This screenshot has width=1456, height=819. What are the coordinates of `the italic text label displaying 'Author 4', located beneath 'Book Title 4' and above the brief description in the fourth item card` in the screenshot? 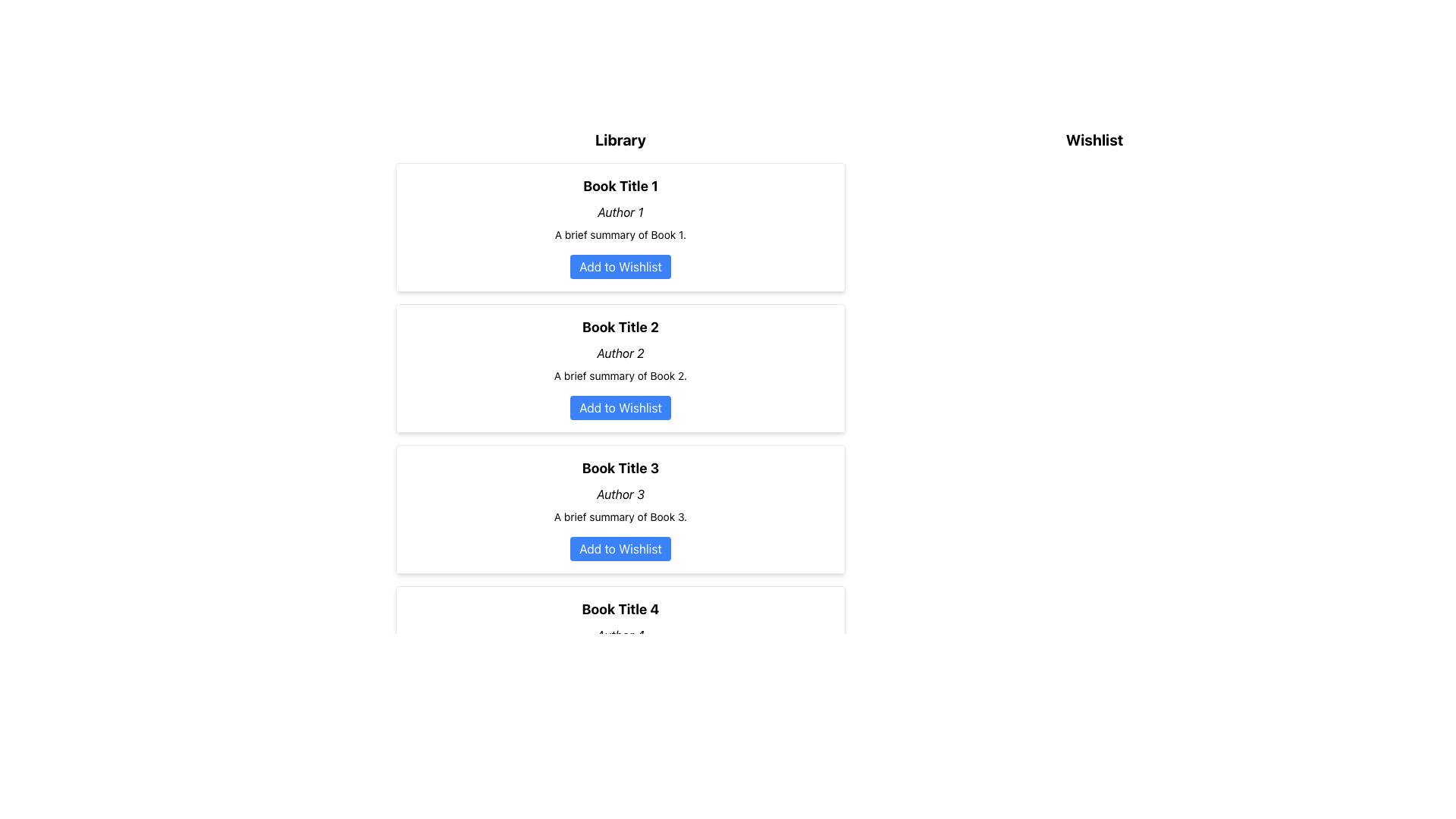 It's located at (620, 635).